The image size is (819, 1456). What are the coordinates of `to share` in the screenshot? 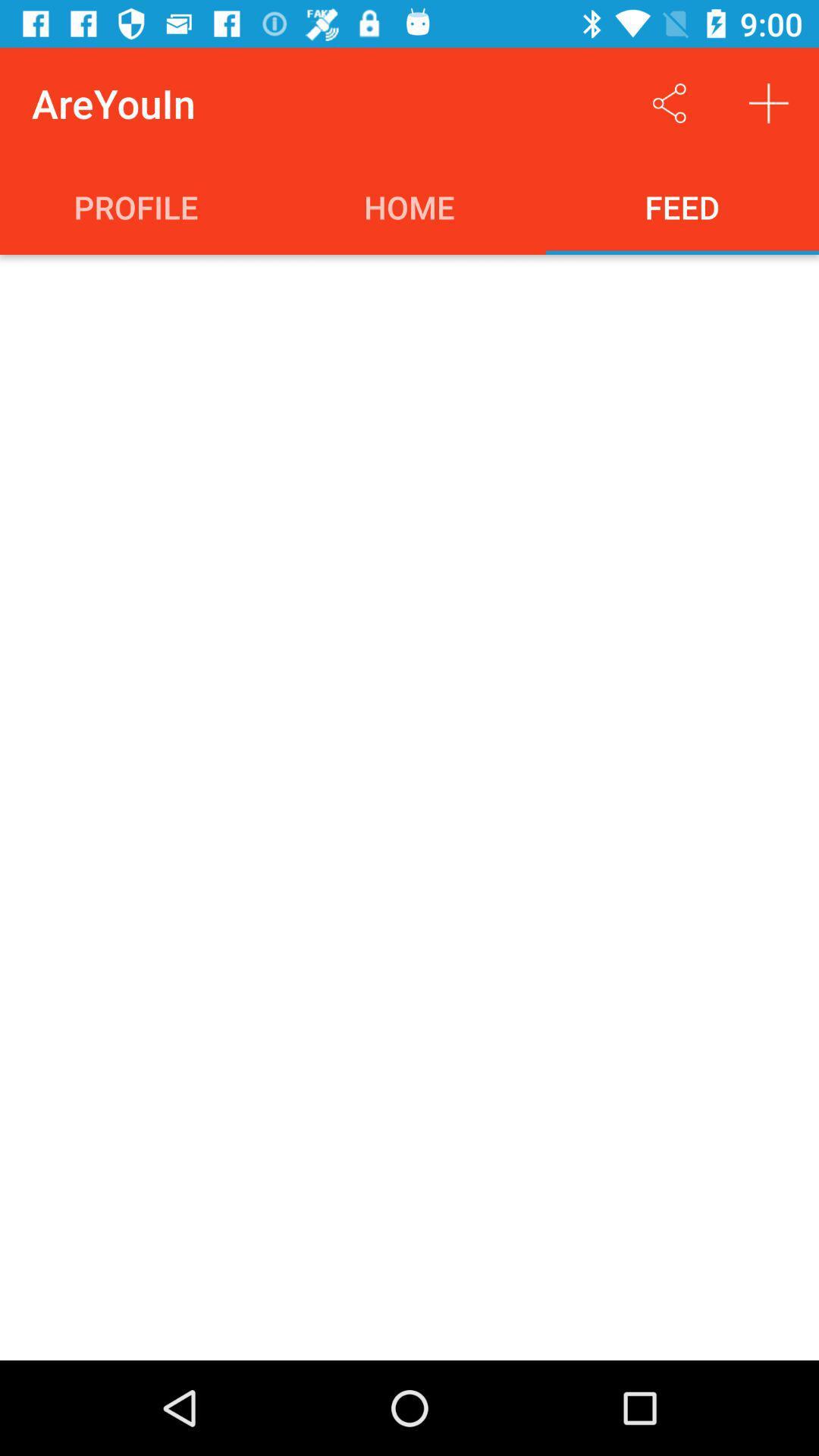 It's located at (669, 102).